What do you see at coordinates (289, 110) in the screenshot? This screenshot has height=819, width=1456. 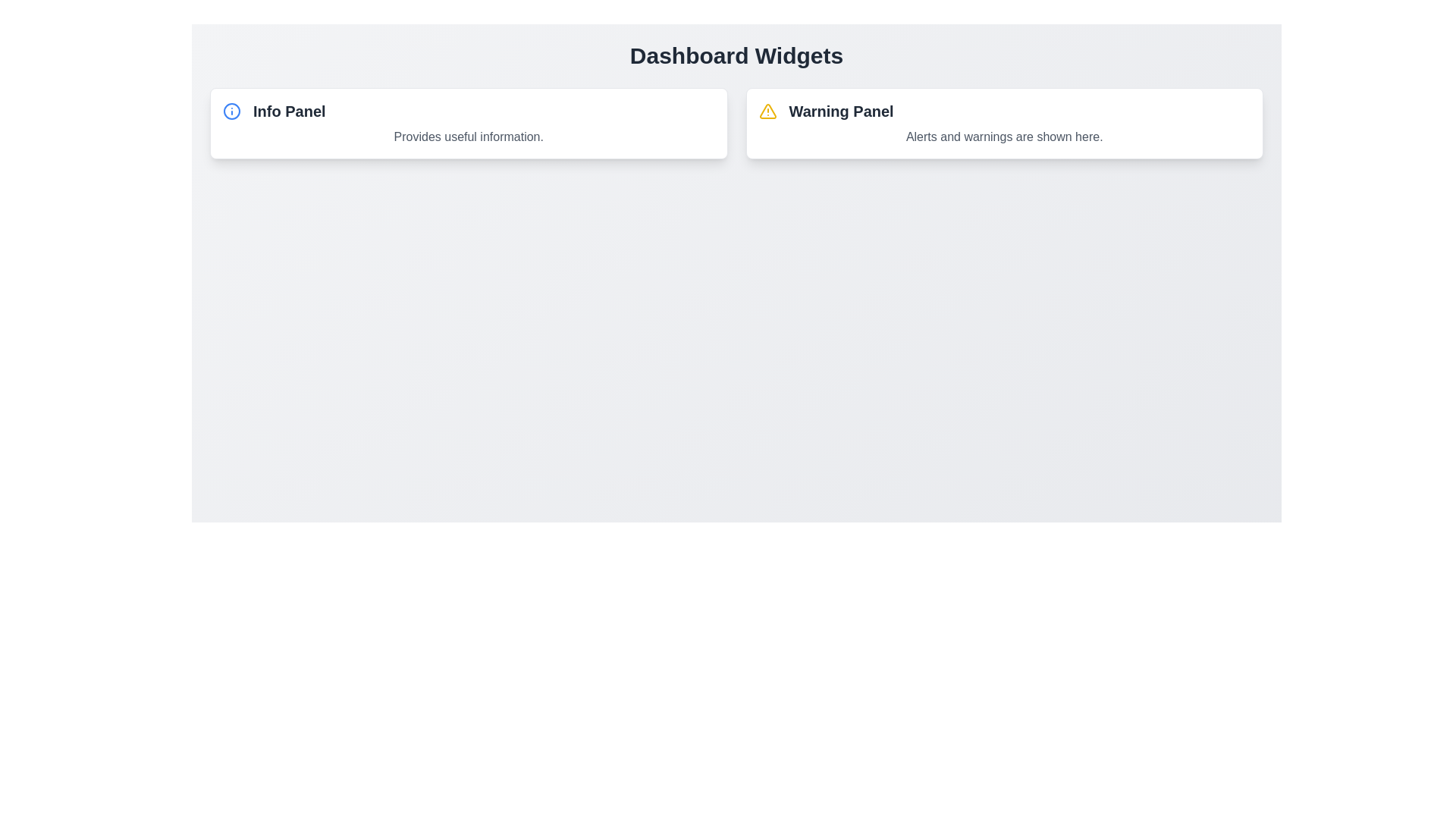 I see `the Text Label that serves as a heading within the upper left quadrant, located to the right of an info icon` at bounding box center [289, 110].